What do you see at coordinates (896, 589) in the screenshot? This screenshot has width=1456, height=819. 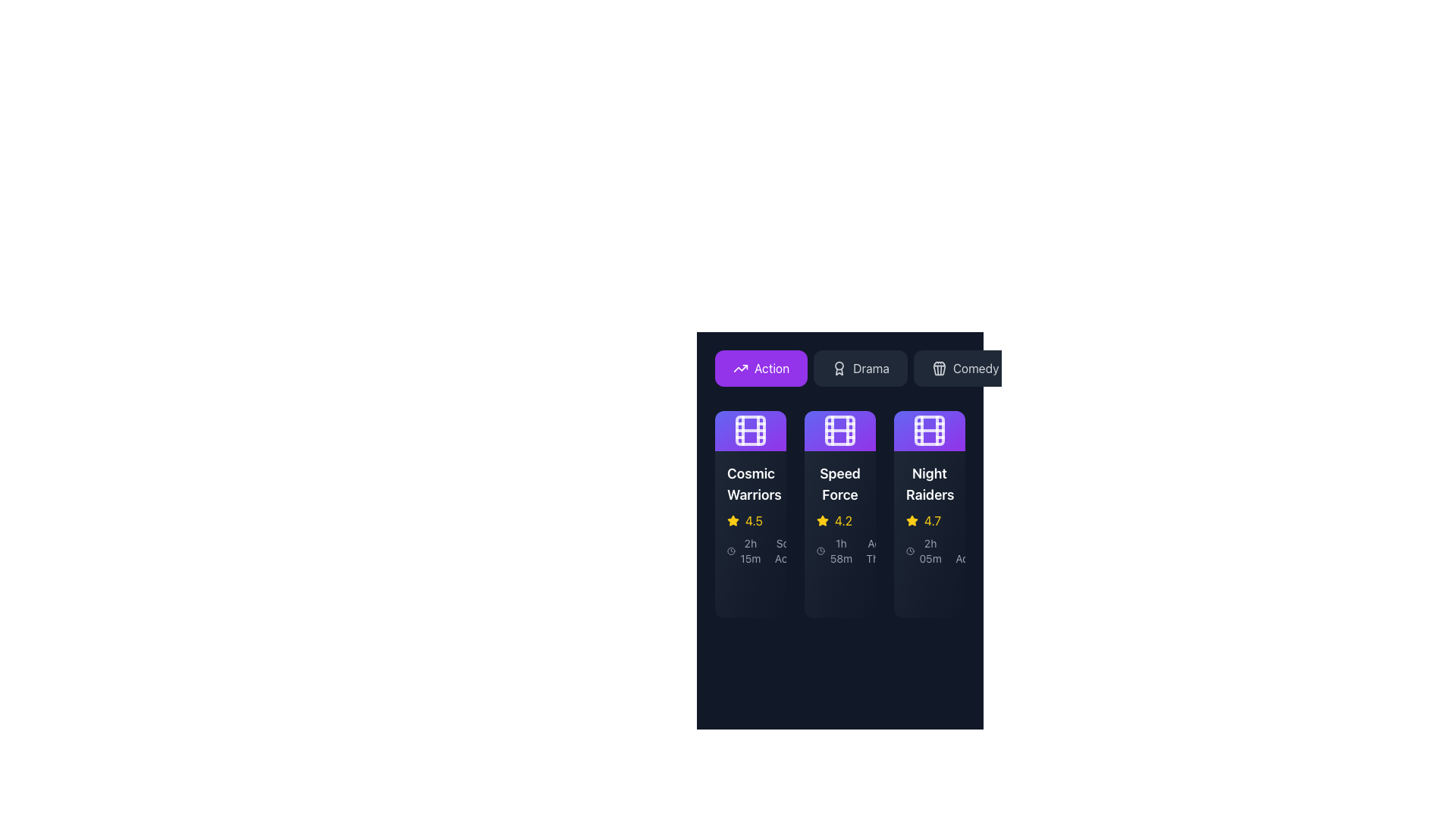 I see `the interactive button located in the bottom-right corner of the 'Night Raiders' card` at bounding box center [896, 589].